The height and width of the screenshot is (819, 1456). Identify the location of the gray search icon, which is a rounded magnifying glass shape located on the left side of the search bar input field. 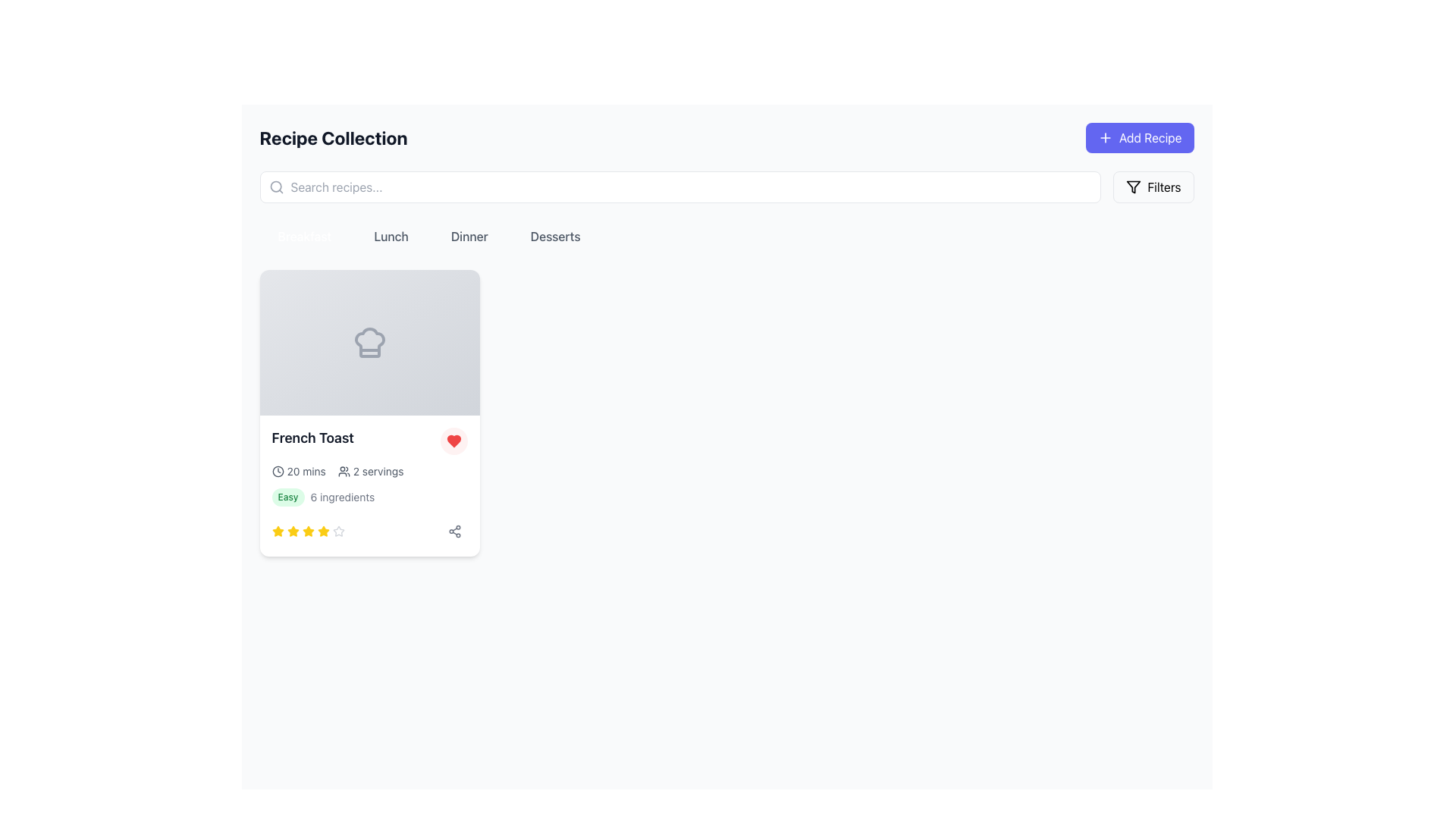
(276, 186).